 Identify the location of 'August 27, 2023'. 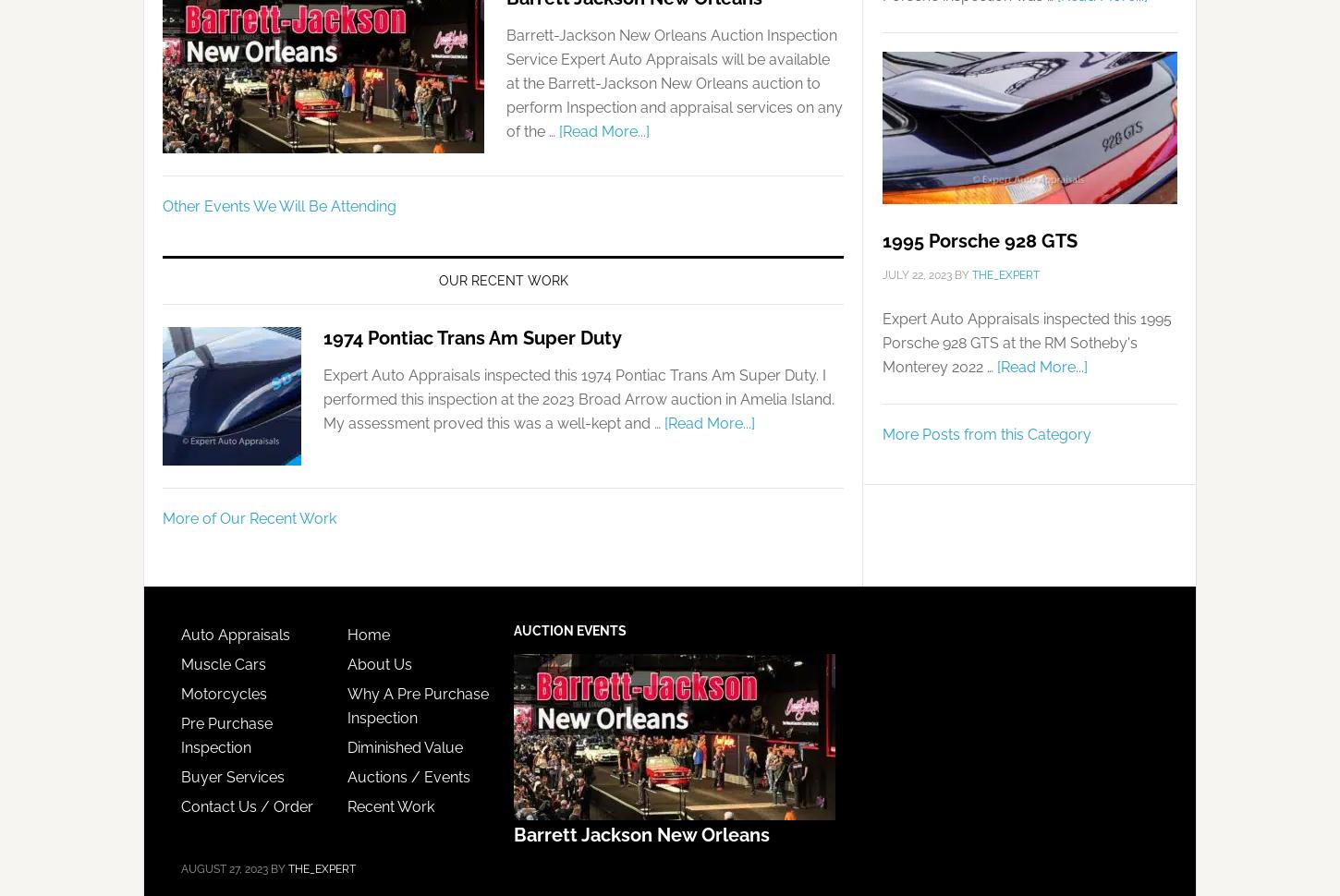
(225, 867).